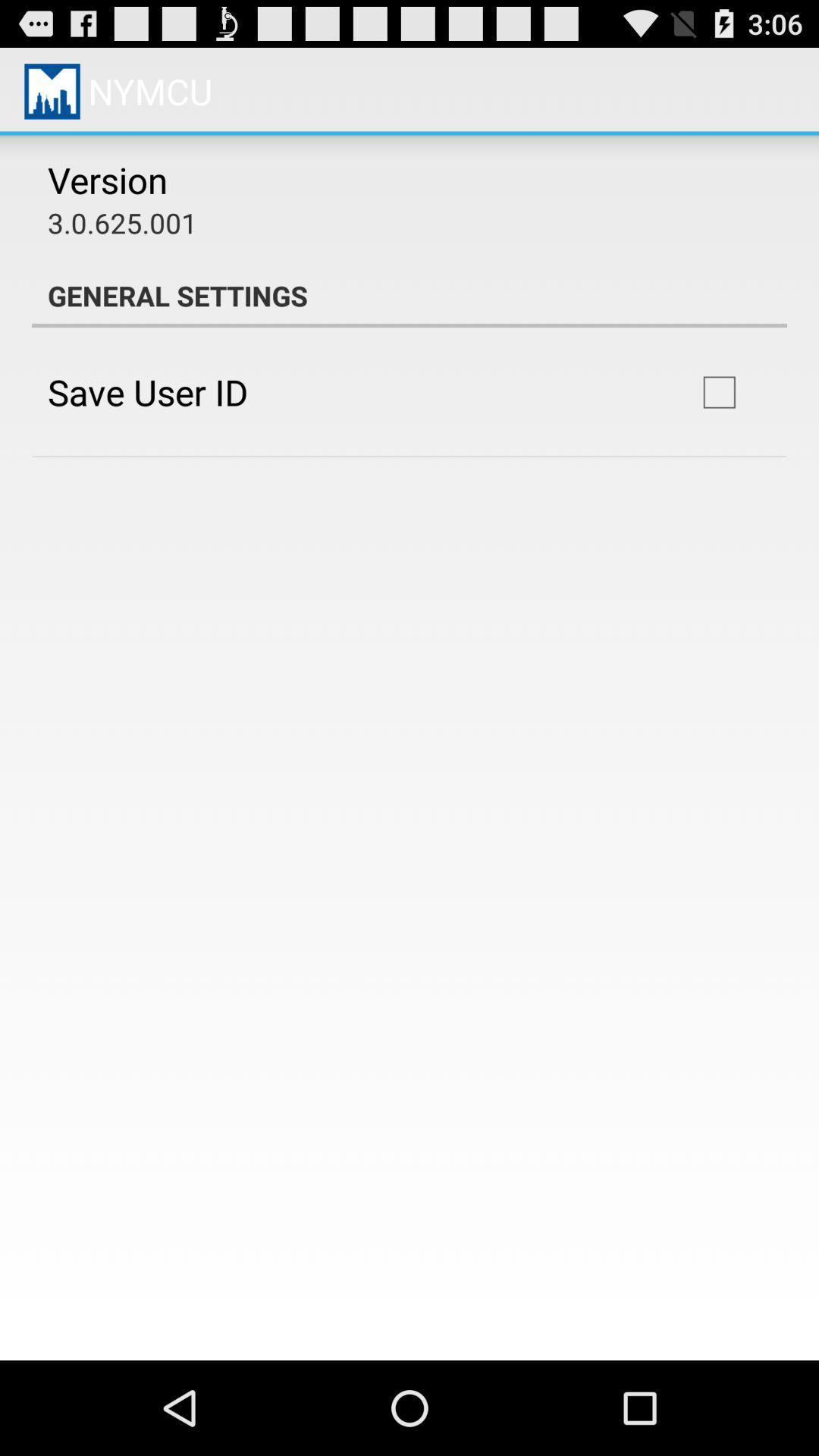  Describe the element at coordinates (409, 295) in the screenshot. I see `general settings item` at that location.